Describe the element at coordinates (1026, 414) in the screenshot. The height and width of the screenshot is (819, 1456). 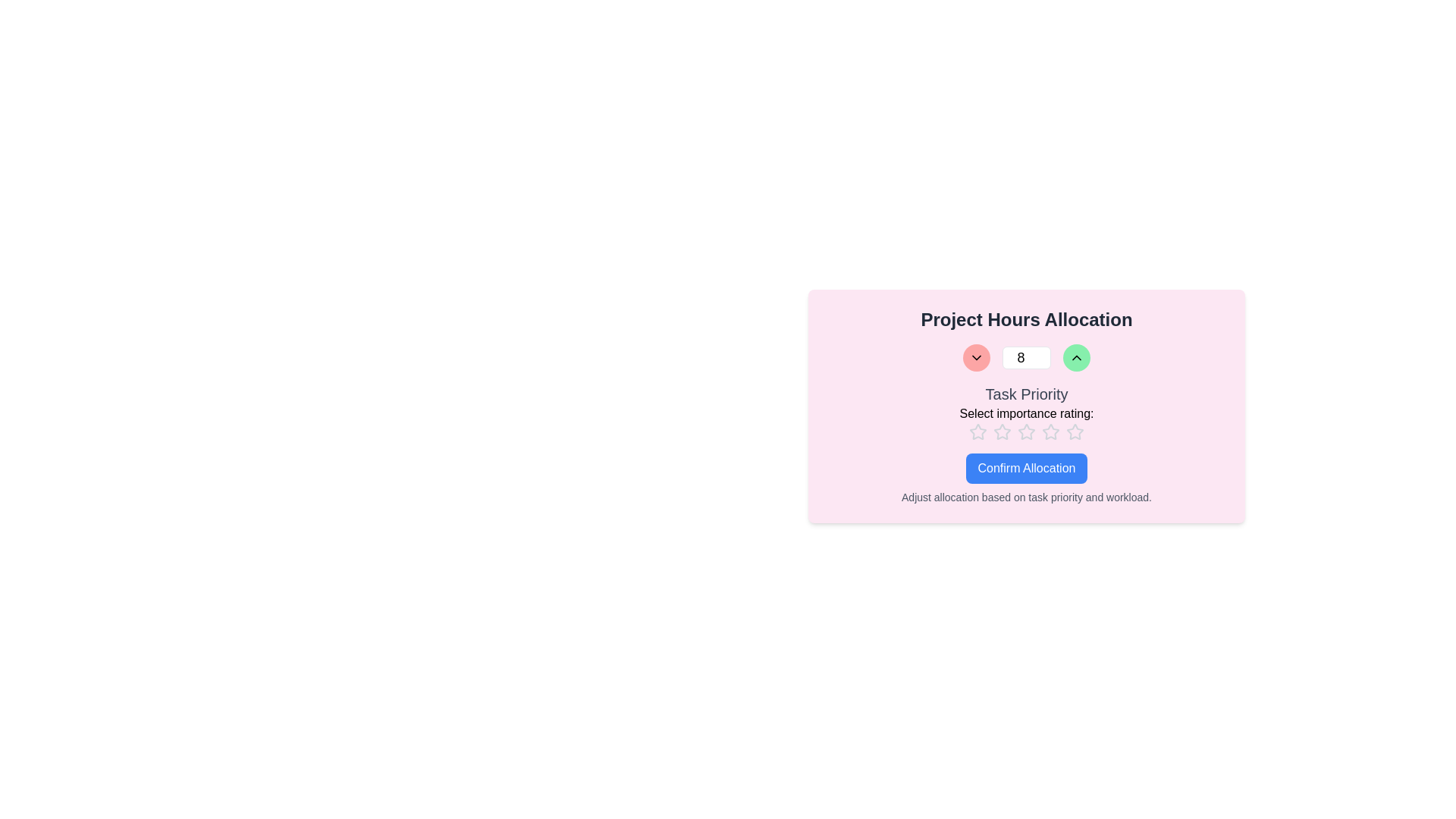
I see `the static text label that instructs the user to assign an importance rating to the associated task, located beneath the 'Task Priority' text and above the star icons` at that location.